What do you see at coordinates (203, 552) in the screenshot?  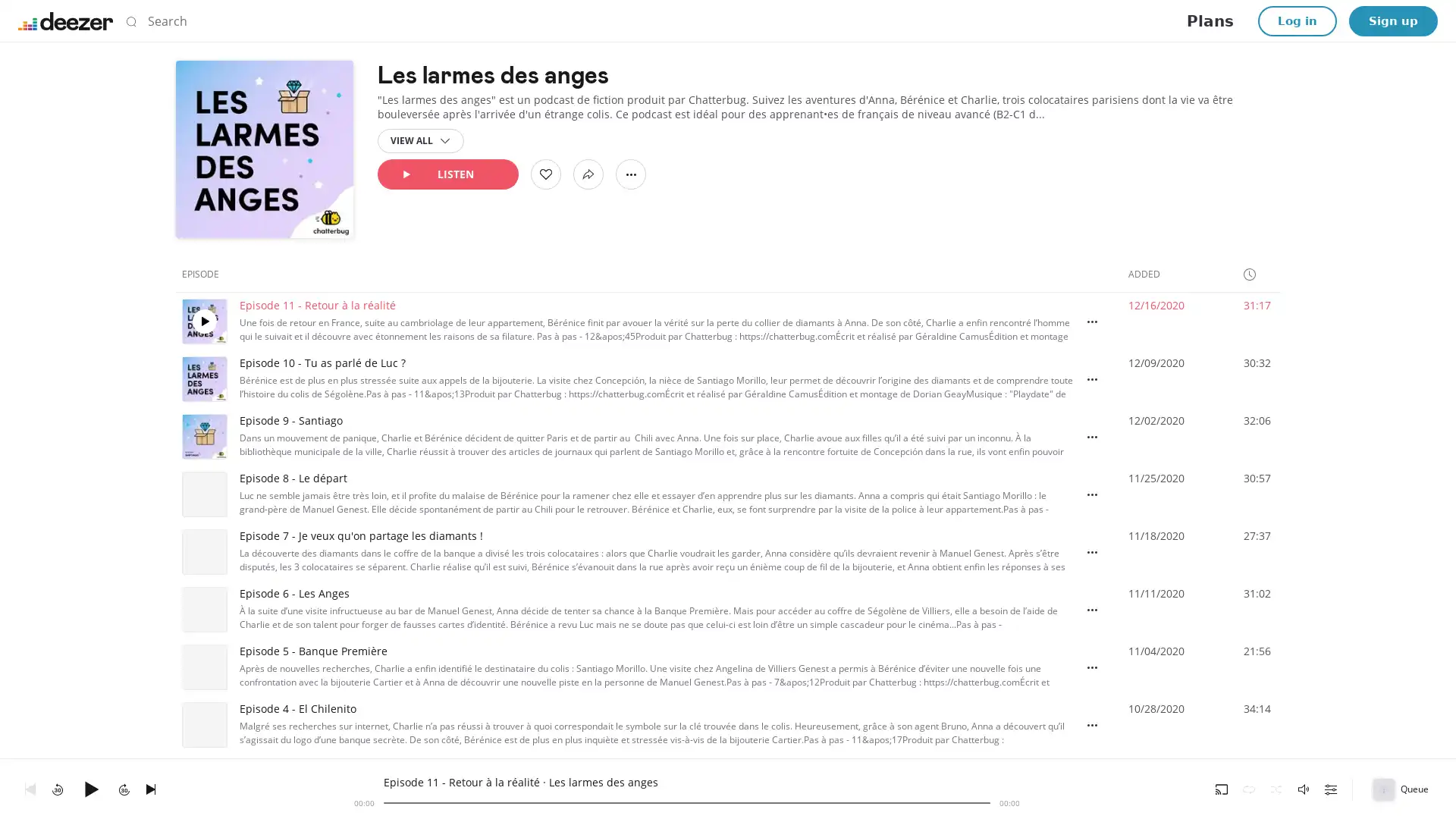 I see `Play Episode 7 - Je veux qu'on partage les diamants ! by Les larmes des anges` at bounding box center [203, 552].